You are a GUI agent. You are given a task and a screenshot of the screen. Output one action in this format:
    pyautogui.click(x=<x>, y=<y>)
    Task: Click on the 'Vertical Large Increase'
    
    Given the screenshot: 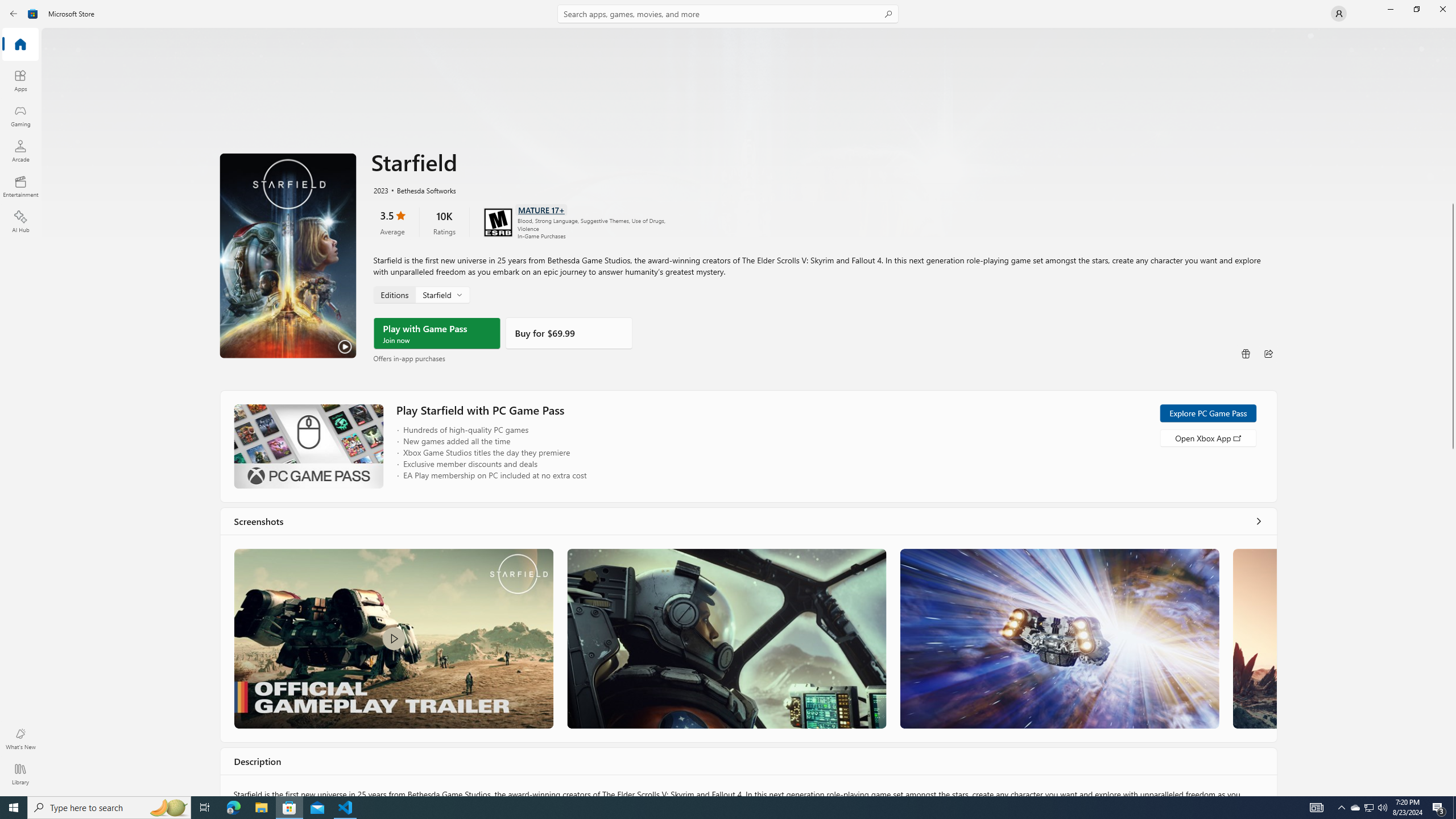 What is the action you would take?
    pyautogui.click(x=1451, y=618)
    